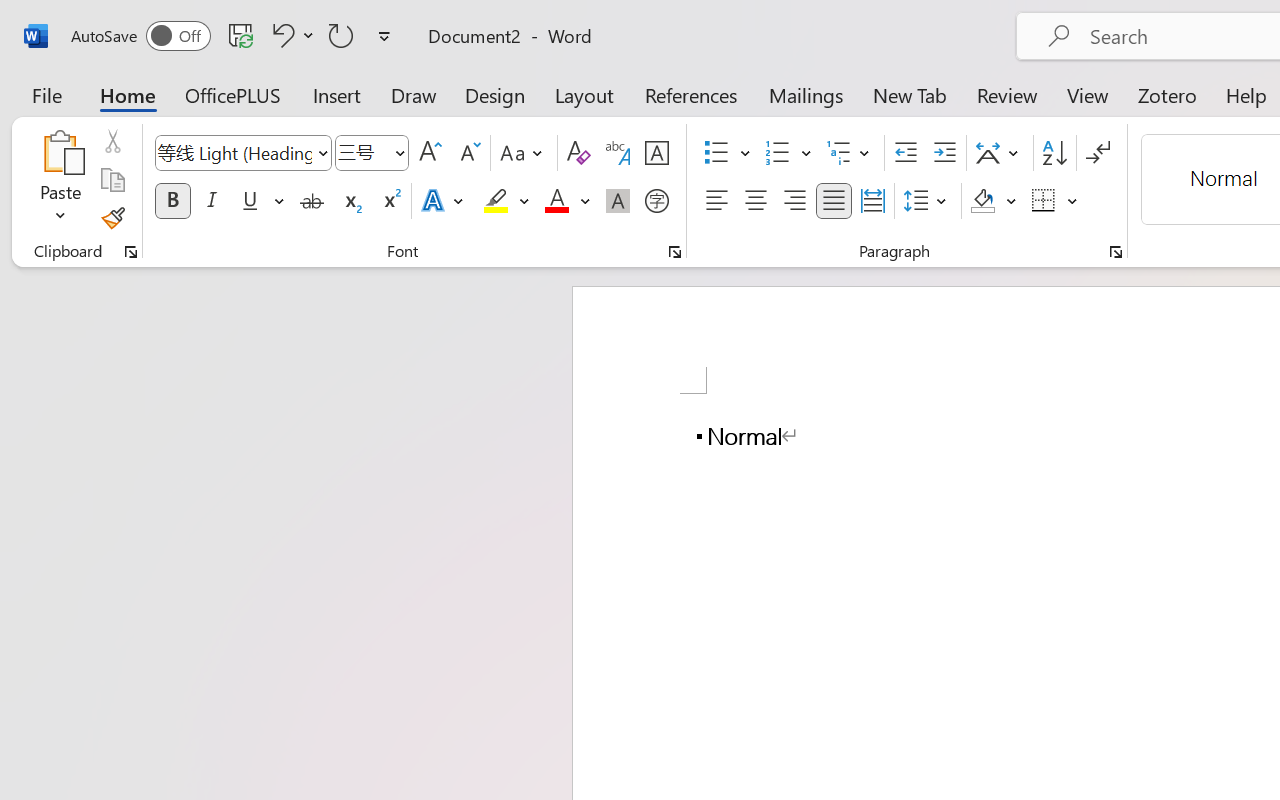 This screenshot has width=1280, height=800. Describe the element at coordinates (850, 153) in the screenshot. I see `'Multilevel List'` at that location.